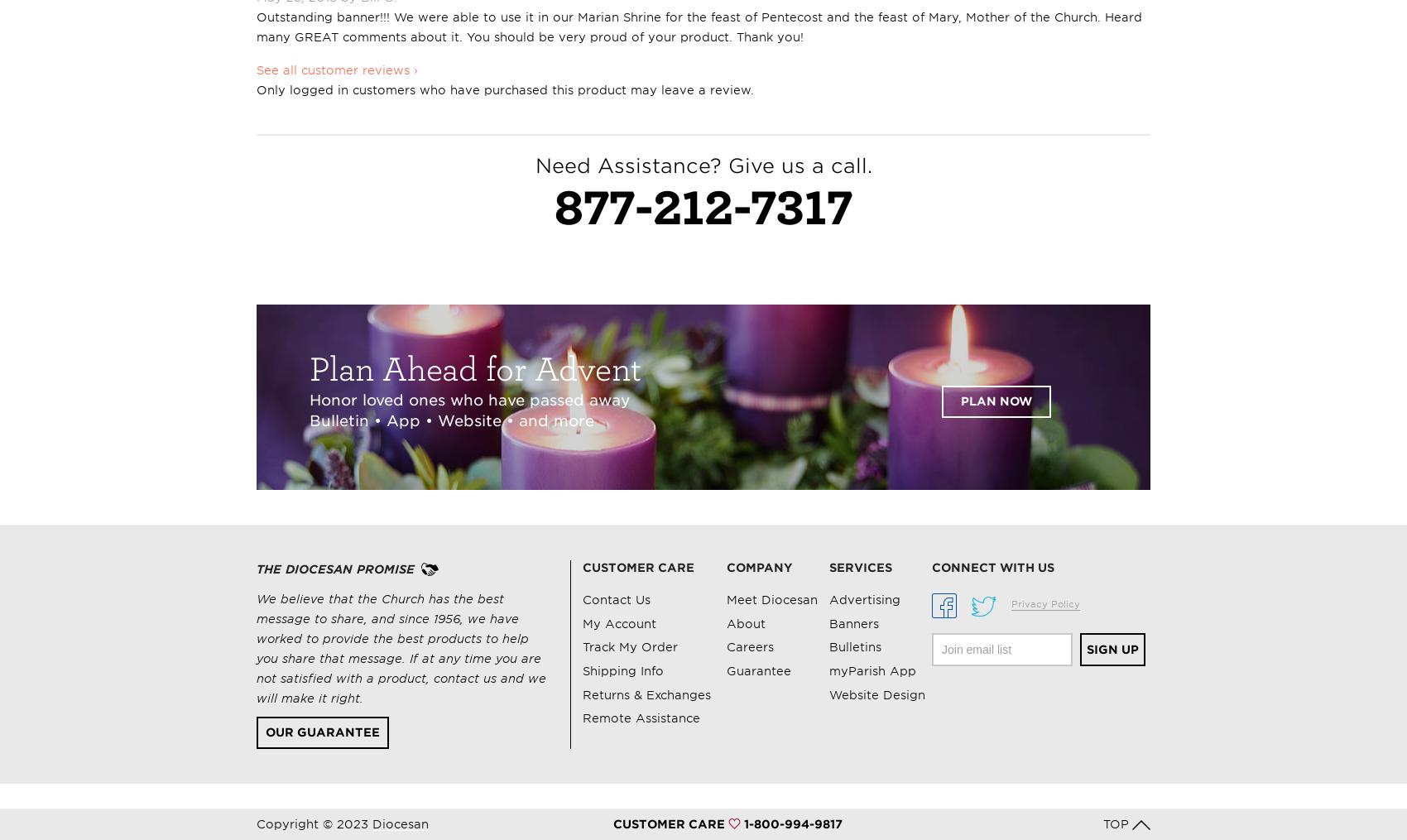  I want to click on 'Honor loved ones who have passed away', so click(309, 399).